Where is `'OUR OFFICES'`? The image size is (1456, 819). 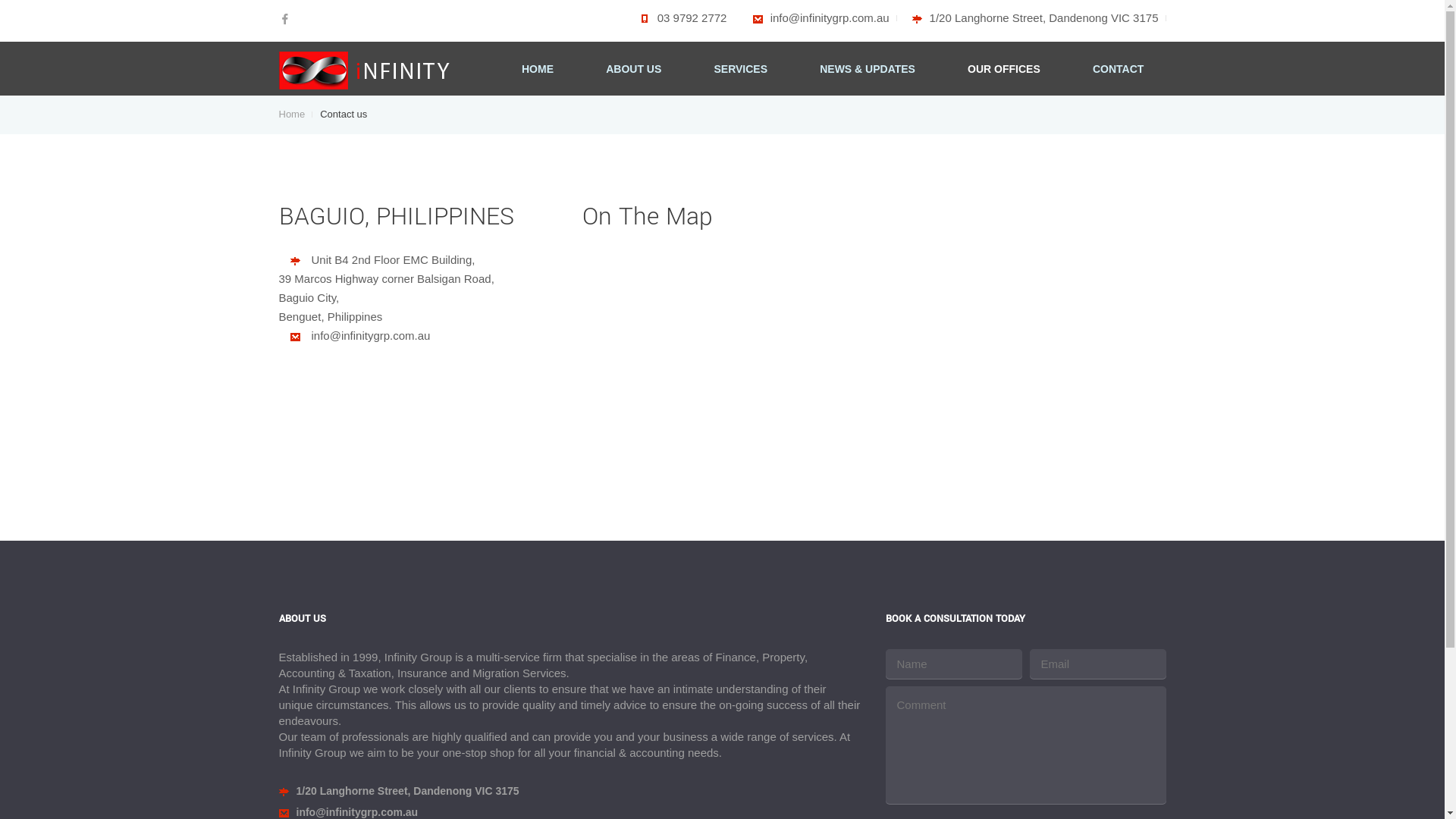 'OUR OFFICES' is located at coordinates (967, 70).